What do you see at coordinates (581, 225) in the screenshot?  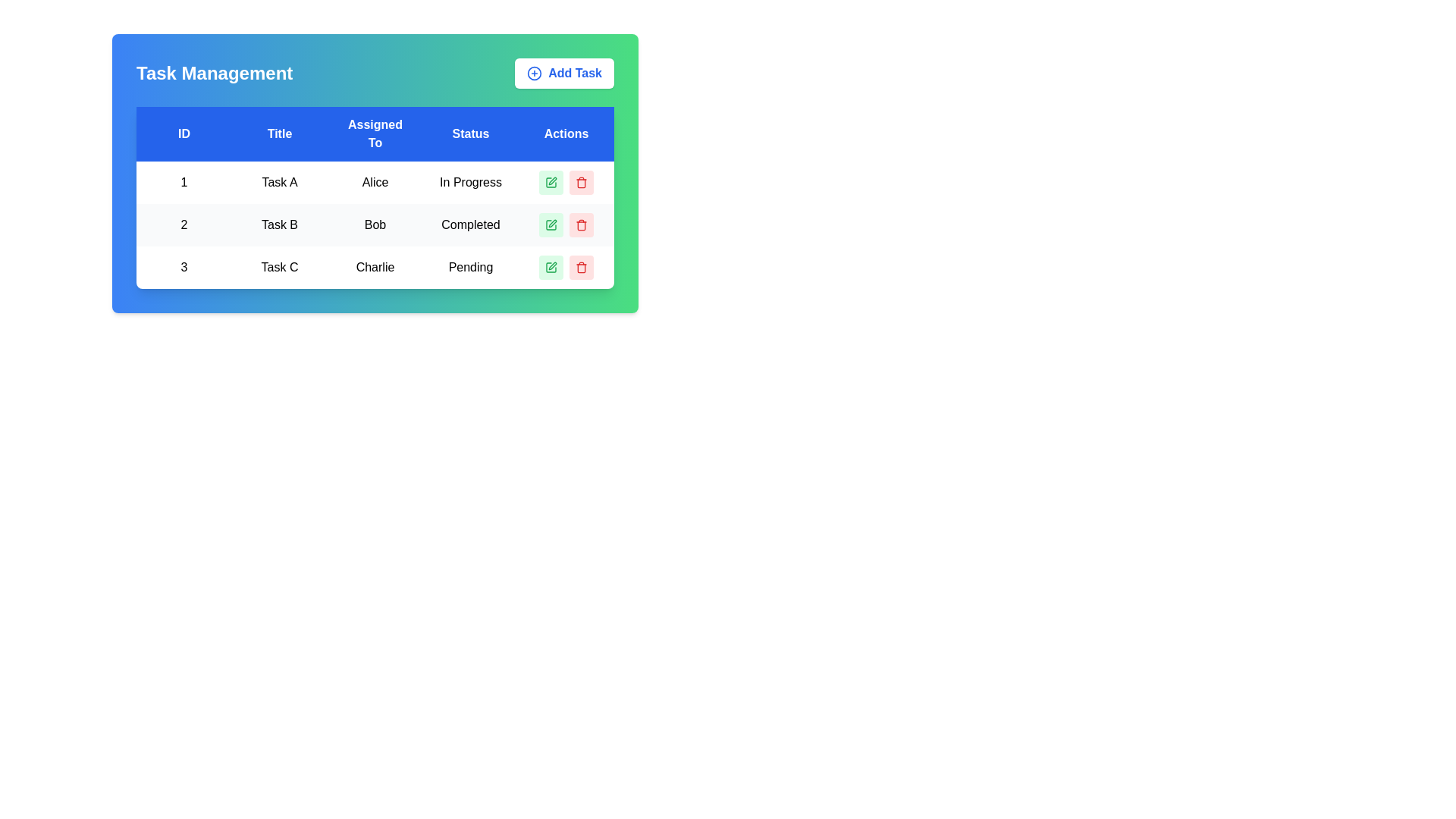 I see `the red circular delete button with a trash icon located in the second row of the 'Actions' column of the task management interface to observe the hover effect` at bounding box center [581, 225].